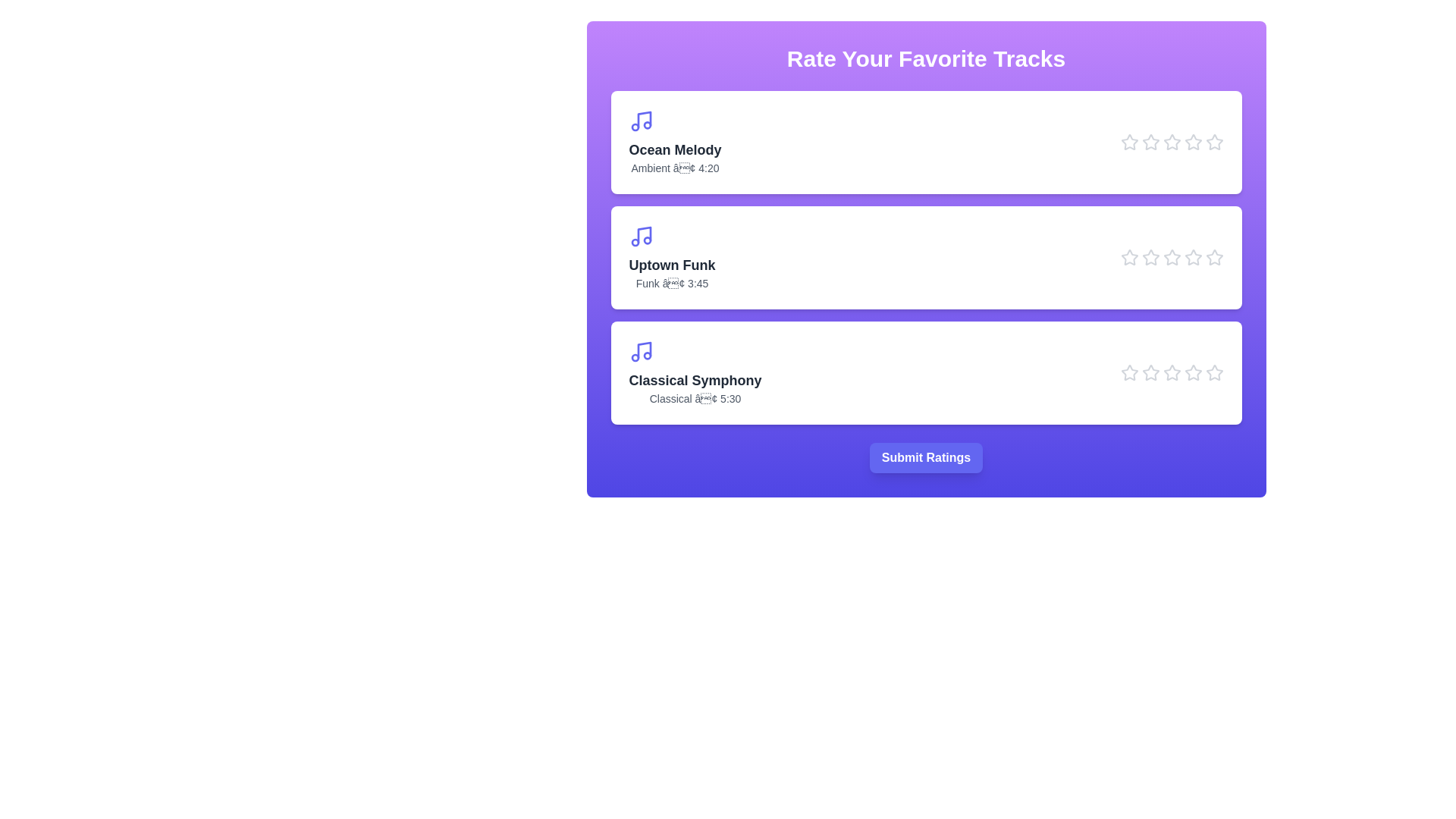 Image resolution: width=1456 pixels, height=819 pixels. I want to click on the star icon corresponding to Uptown Funk at 1 stars to preview the rating, so click(1129, 256).